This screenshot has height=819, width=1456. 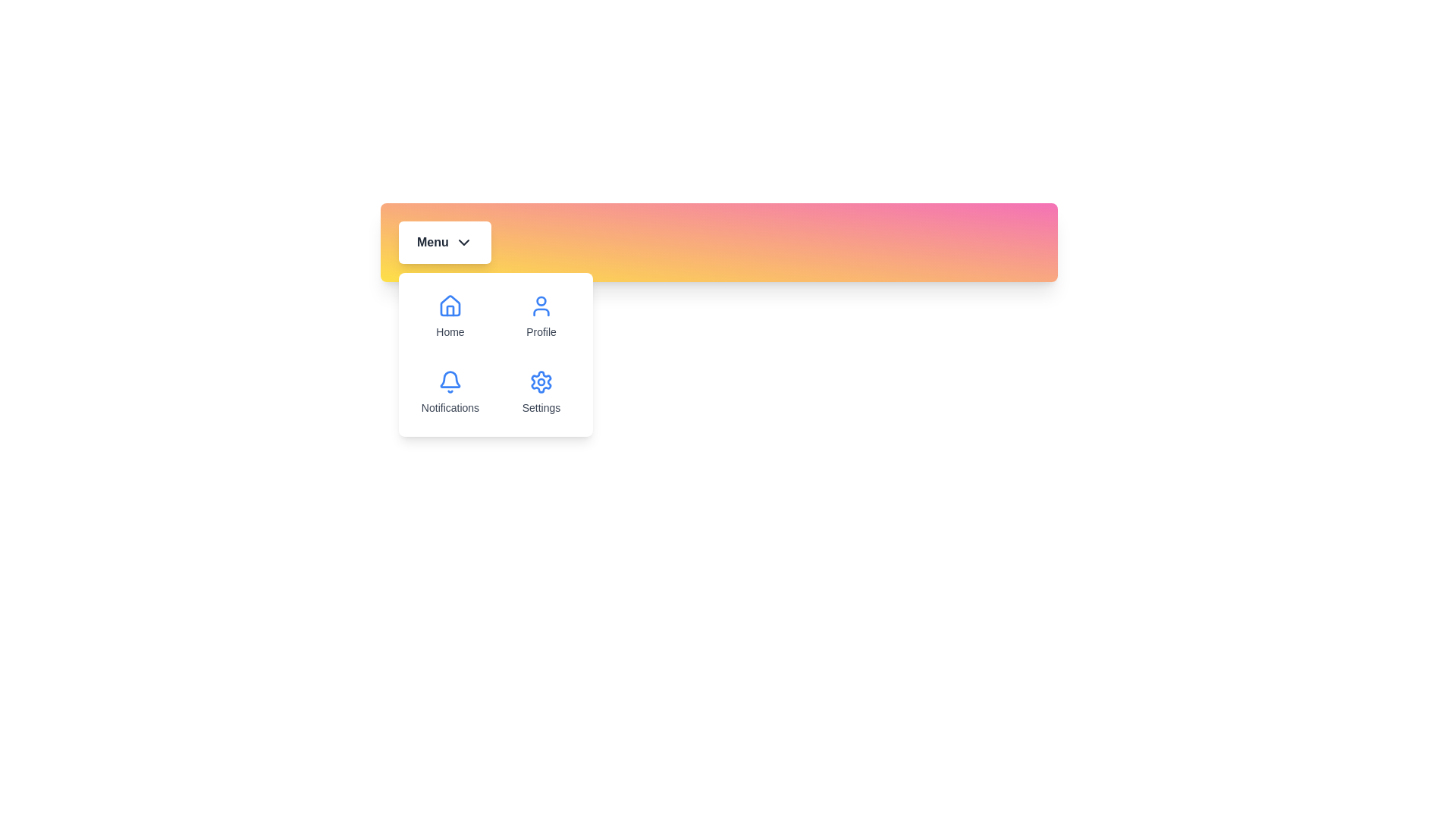 I want to click on the menu option Profile from the dropdown menu, so click(x=541, y=315).